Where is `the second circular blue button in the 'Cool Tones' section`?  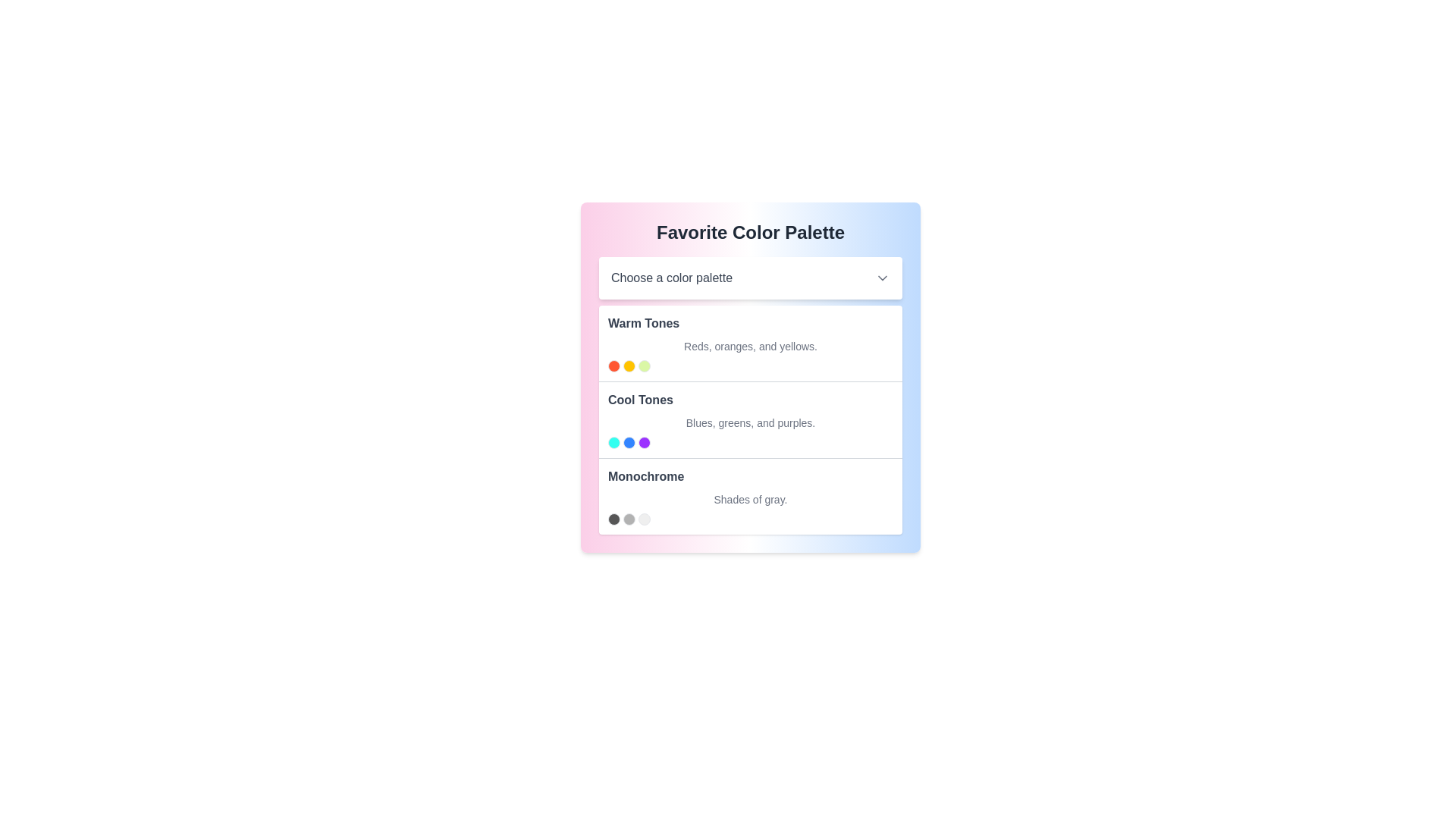 the second circular blue button in the 'Cool Tones' section is located at coordinates (629, 442).